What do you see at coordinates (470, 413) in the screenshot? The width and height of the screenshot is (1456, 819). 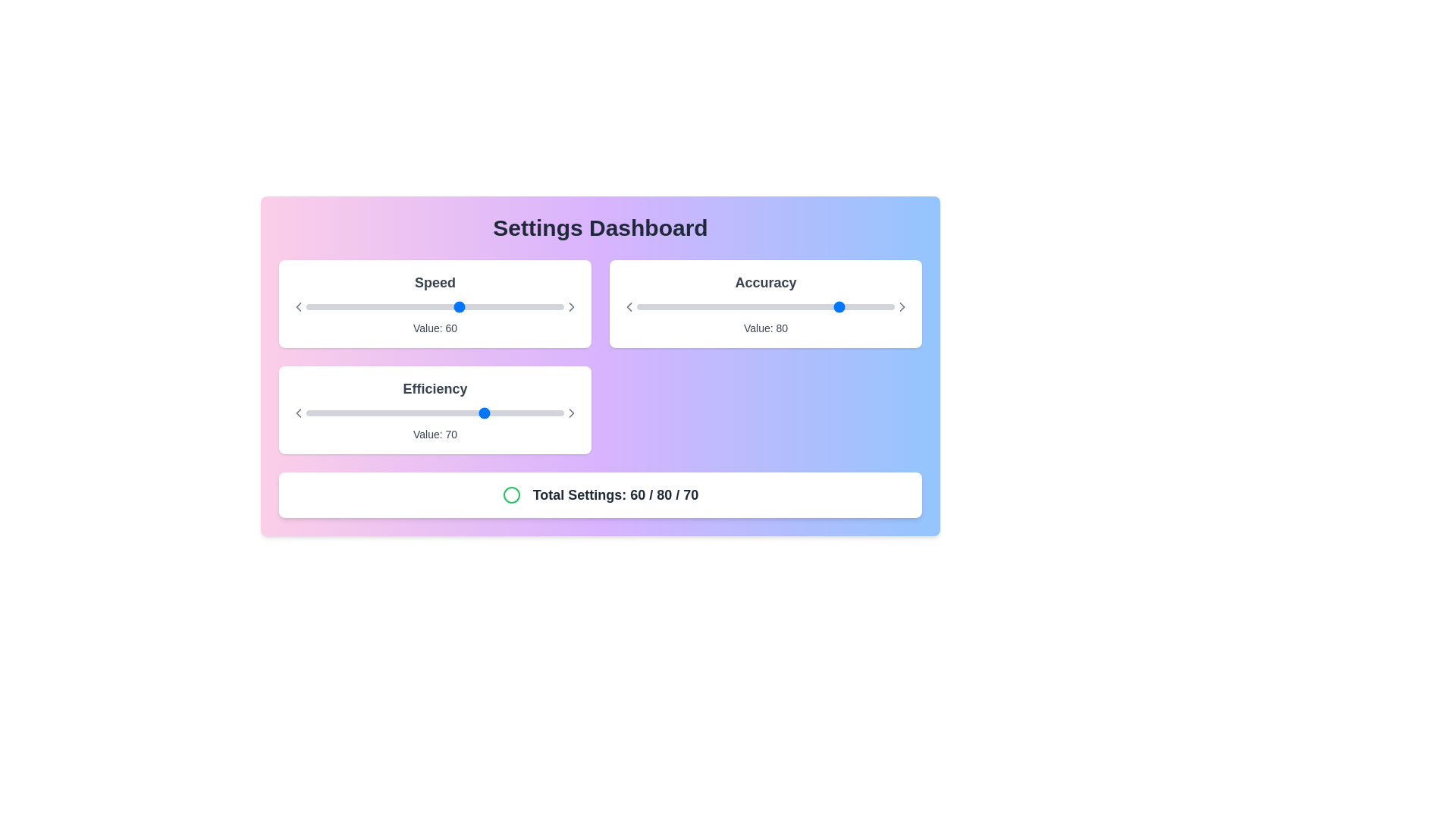 I see `efficiency` at bounding box center [470, 413].